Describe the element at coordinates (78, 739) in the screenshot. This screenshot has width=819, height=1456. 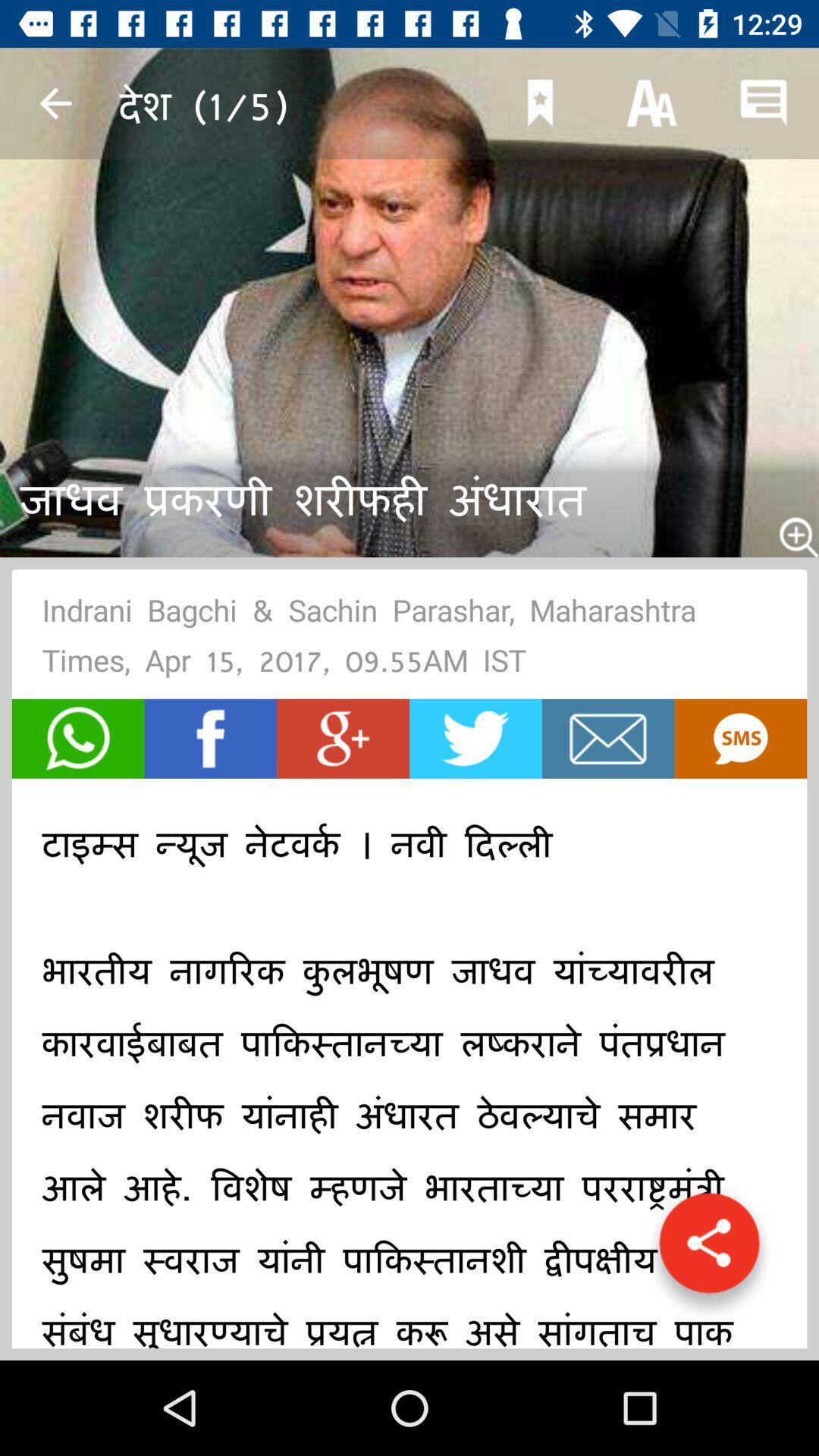
I see `make a phone call` at that location.